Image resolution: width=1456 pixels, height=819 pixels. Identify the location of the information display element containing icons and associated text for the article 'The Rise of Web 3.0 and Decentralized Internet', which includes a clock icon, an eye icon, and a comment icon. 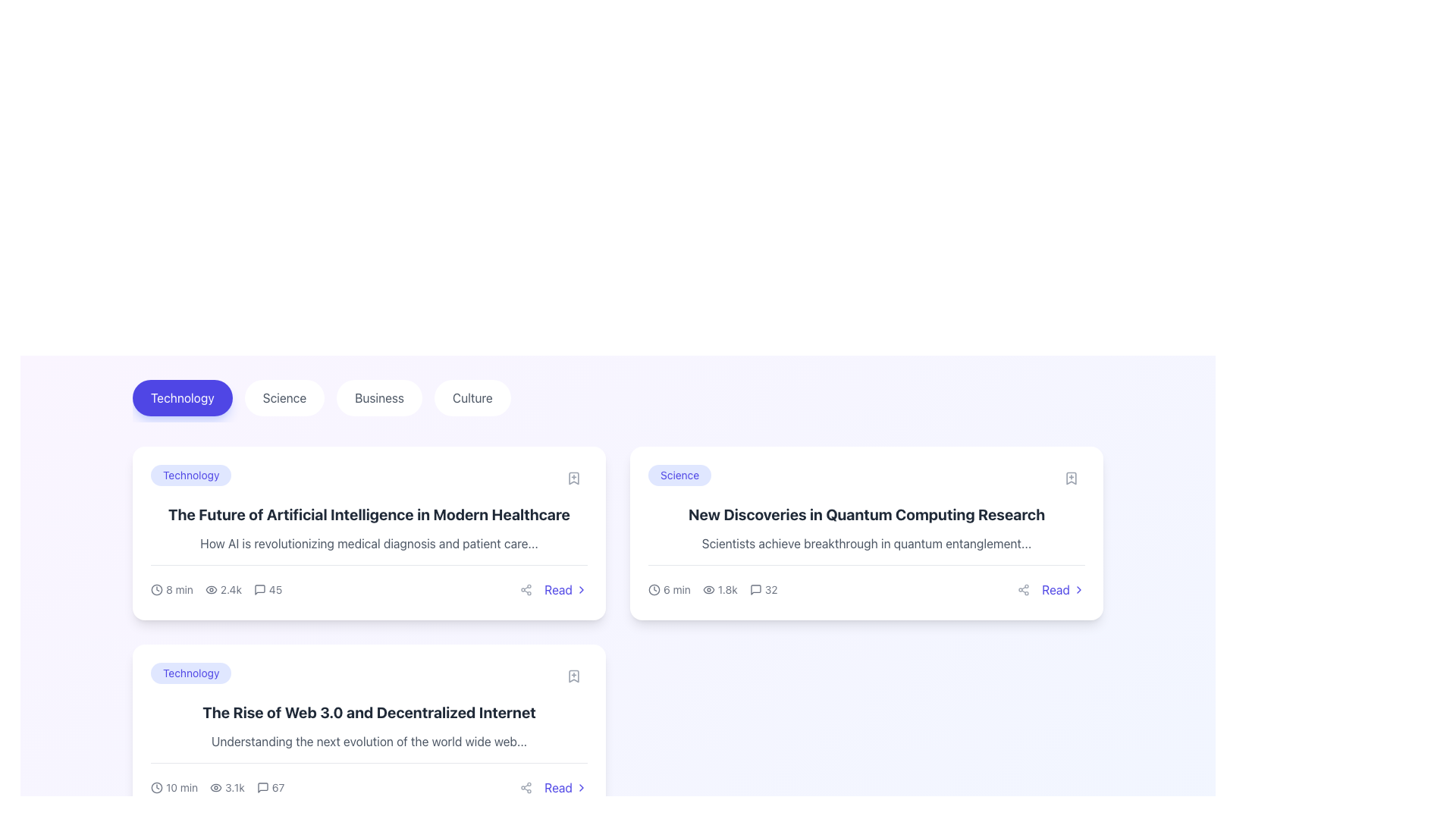
(217, 786).